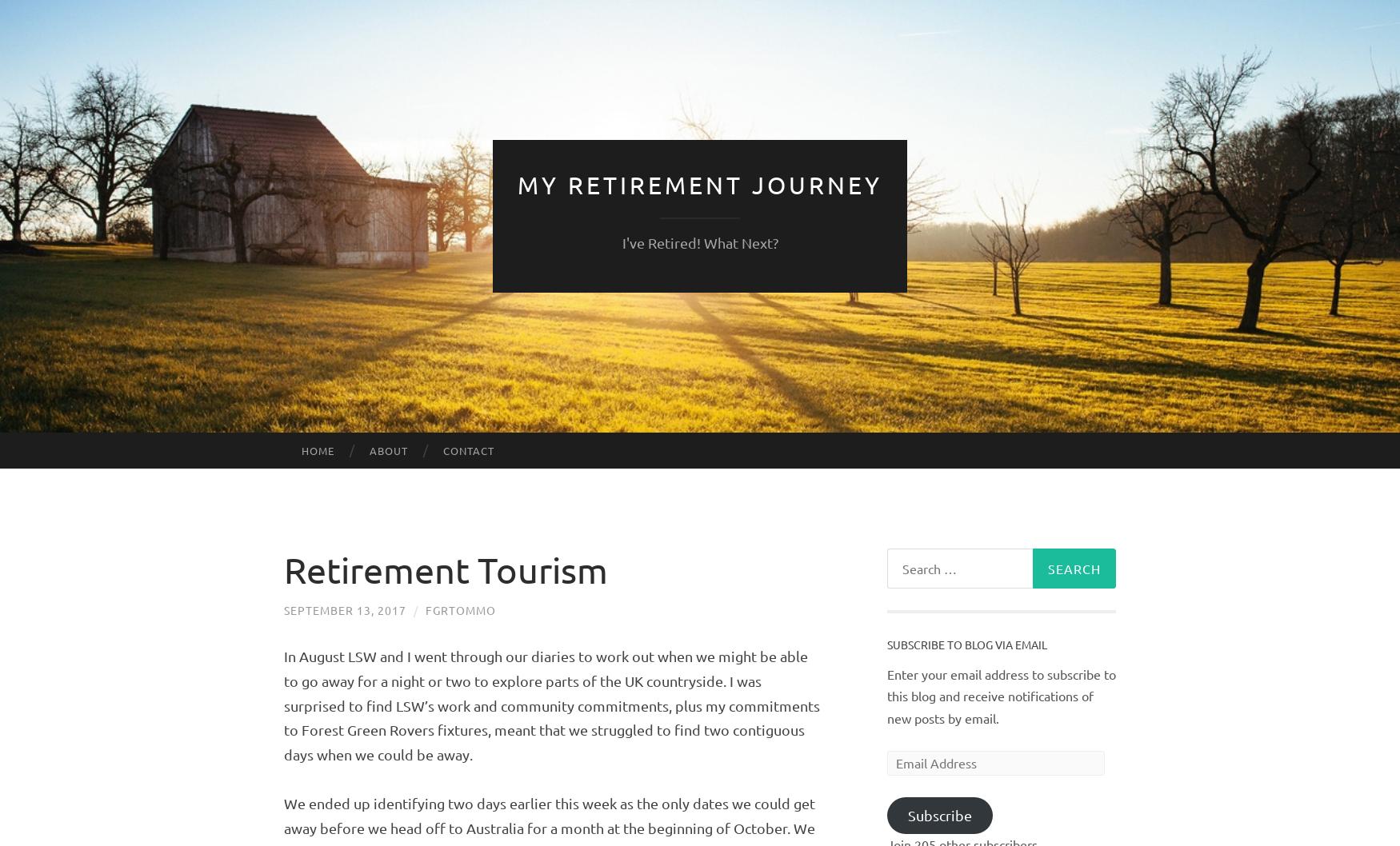  What do you see at coordinates (700, 184) in the screenshot?
I see `'My Retirement Journey'` at bounding box center [700, 184].